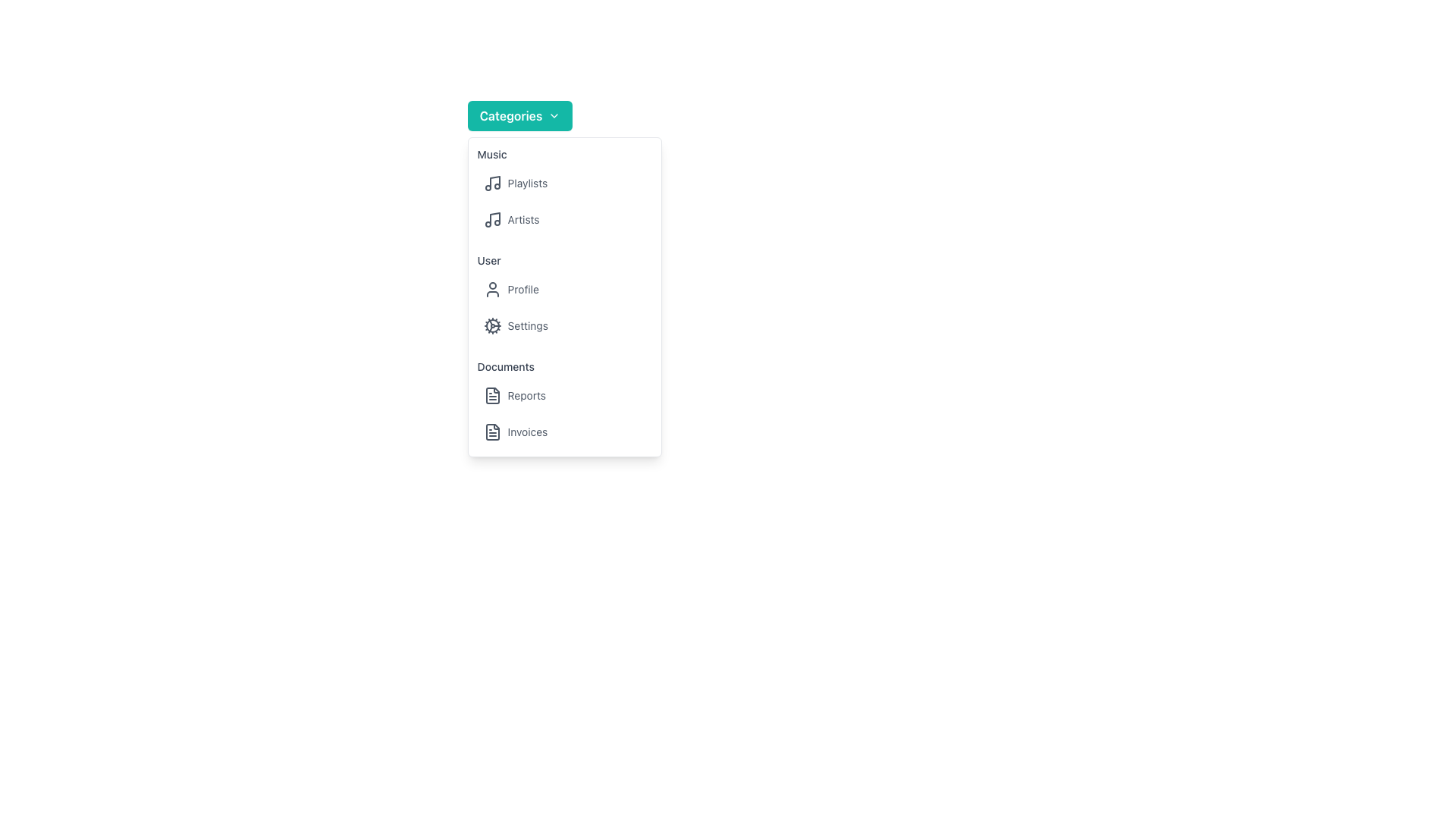 The height and width of the screenshot is (819, 1456). What do you see at coordinates (492, 219) in the screenshot?
I see `the musical note icon located in the 'Artists' menu item under the 'Music' section` at bounding box center [492, 219].